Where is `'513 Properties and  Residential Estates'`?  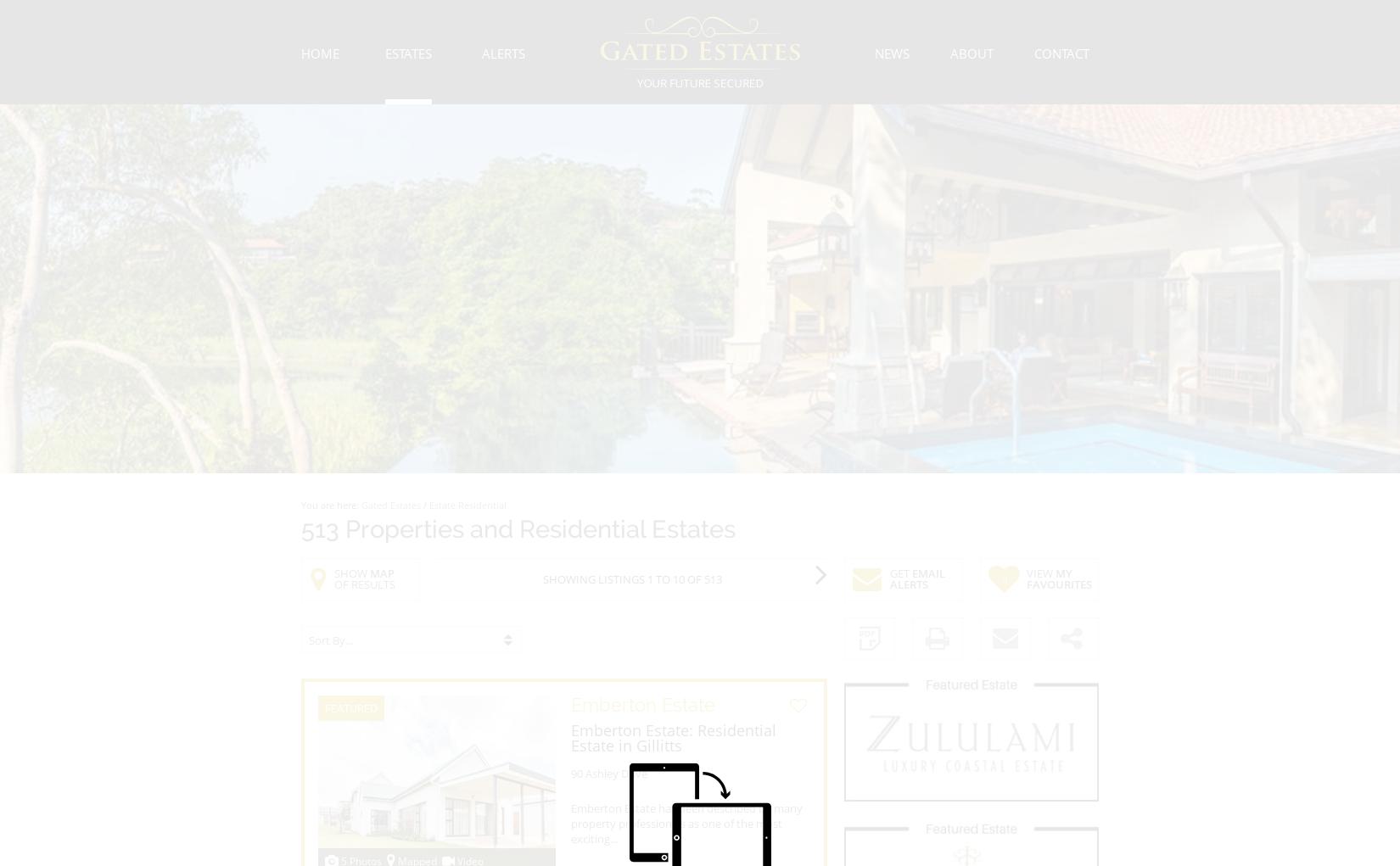
'513 Properties and  Residential Estates' is located at coordinates (517, 529).